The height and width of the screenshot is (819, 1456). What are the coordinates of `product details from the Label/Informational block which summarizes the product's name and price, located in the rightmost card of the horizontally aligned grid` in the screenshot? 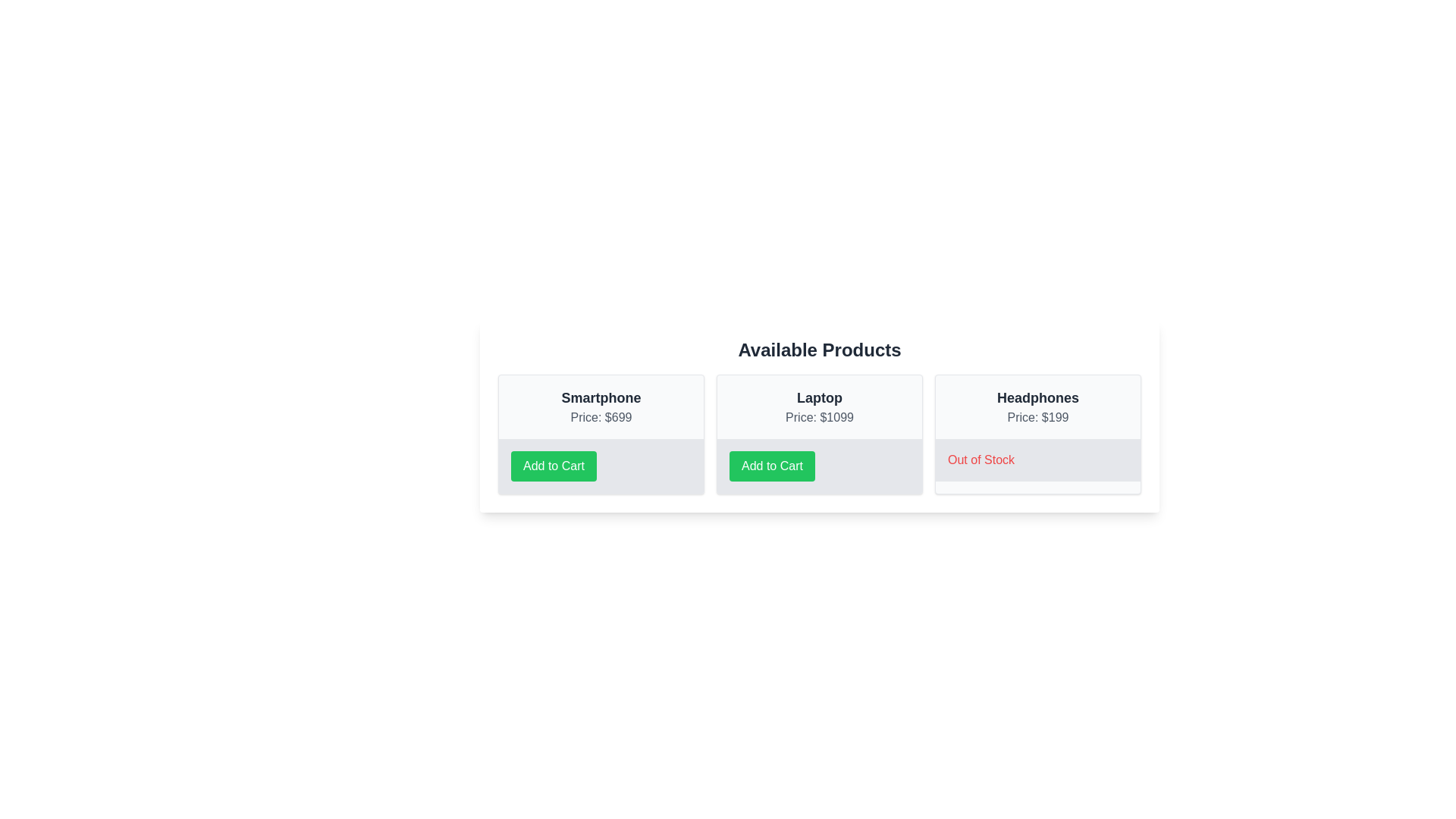 It's located at (1037, 406).